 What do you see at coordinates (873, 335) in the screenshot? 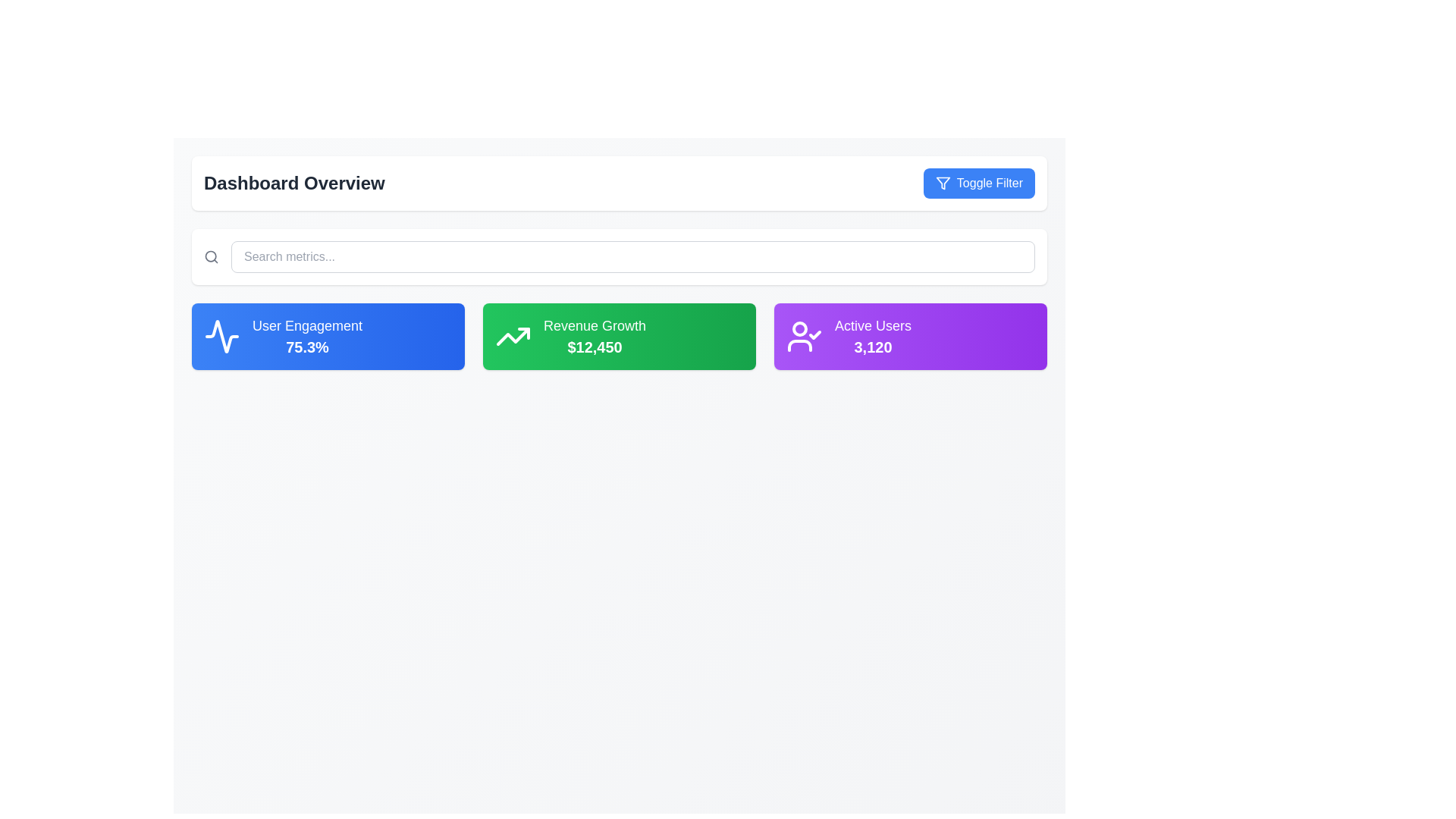
I see `the data display card showing '3,120' active users located in the bottom right section of the third card in a row of three cards with a purple background` at bounding box center [873, 335].